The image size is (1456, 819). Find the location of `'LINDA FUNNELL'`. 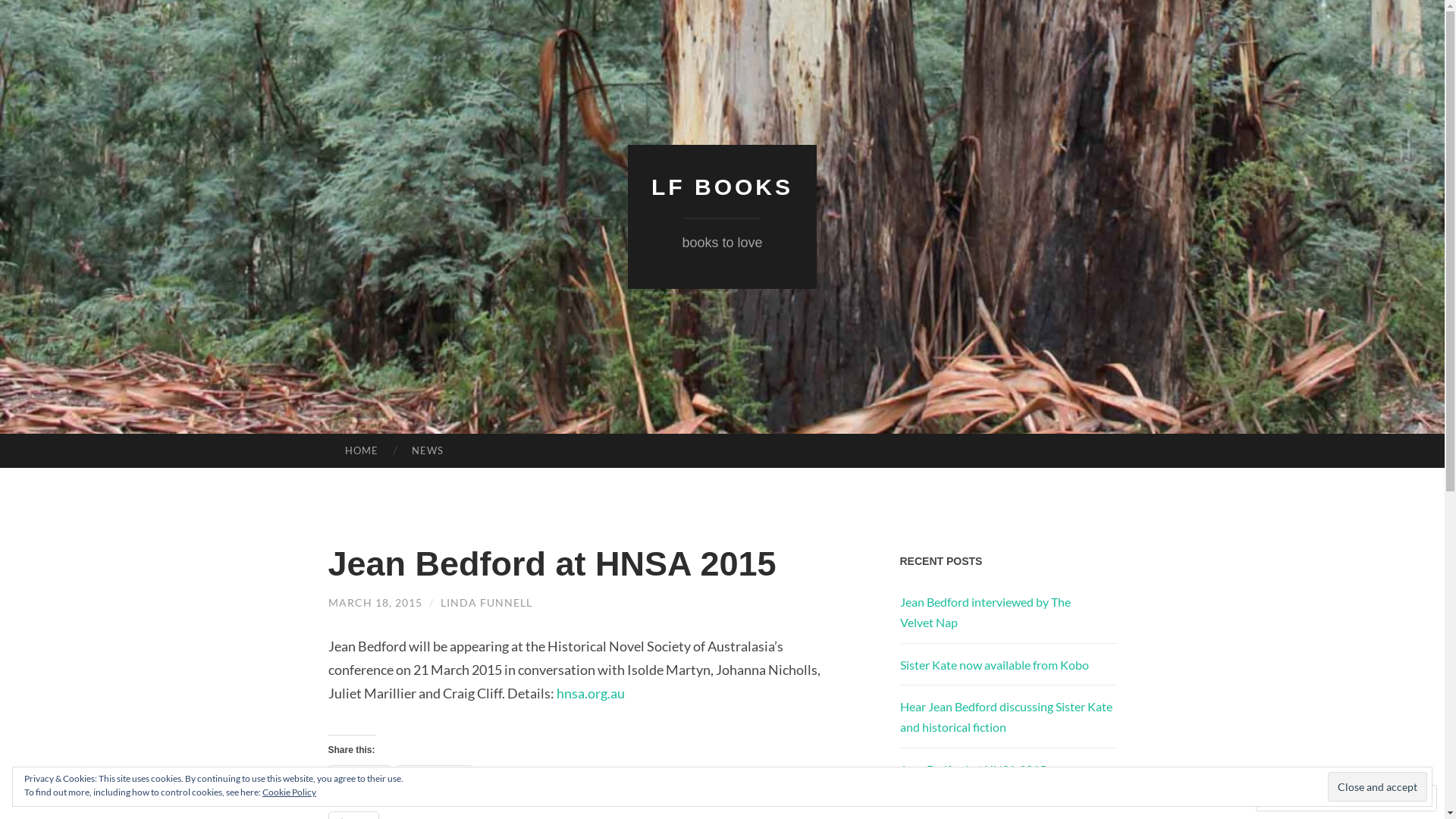

'LINDA FUNNELL' is located at coordinates (485, 601).